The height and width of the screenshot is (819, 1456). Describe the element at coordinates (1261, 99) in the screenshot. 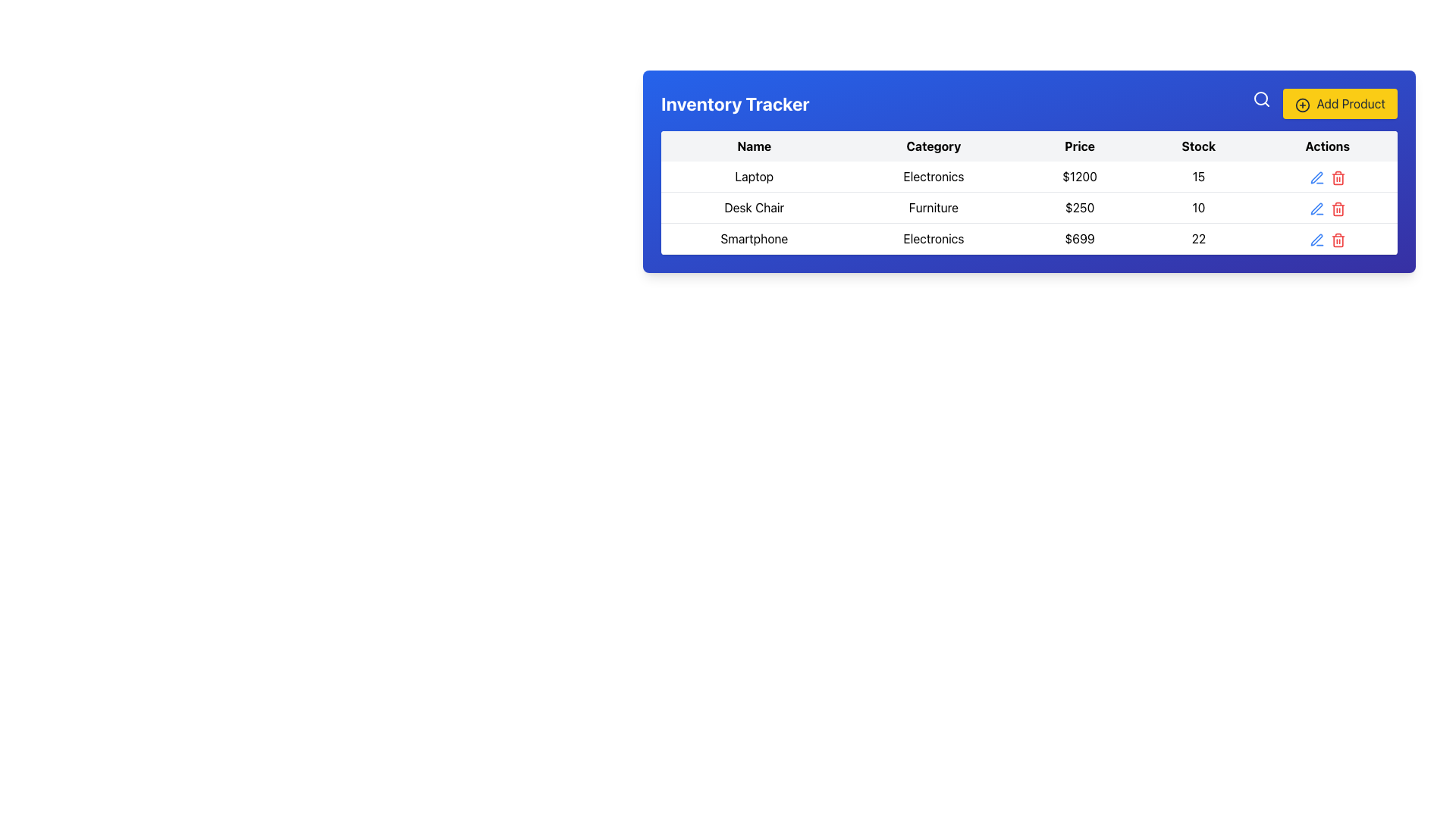

I see `the circular component of the search icon located in the top-right section of the interface for accessibility purposes` at that location.